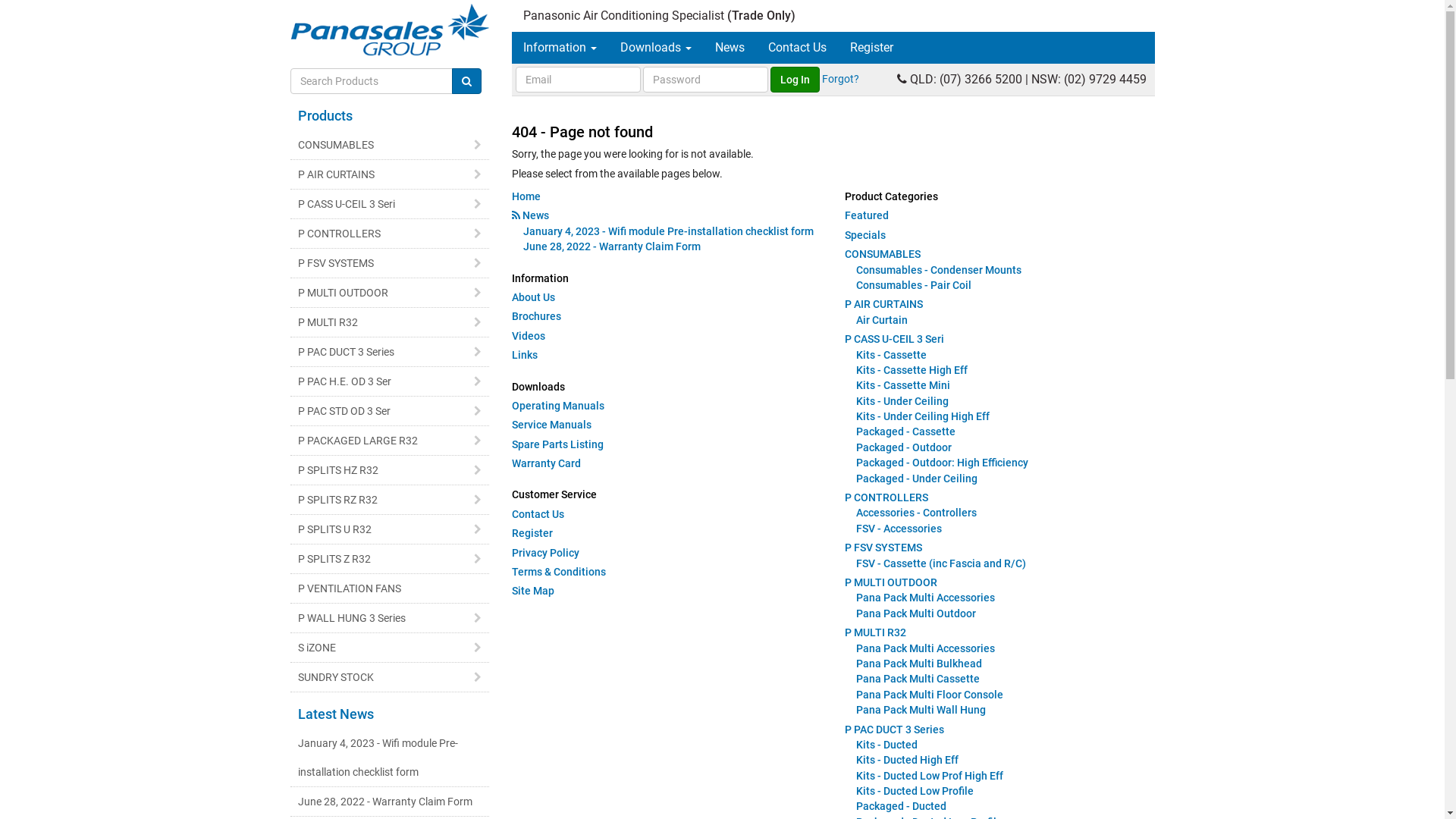 The height and width of the screenshot is (819, 1456). Describe the element at coordinates (389, 529) in the screenshot. I see `'P SPLITS U R32'` at that location.